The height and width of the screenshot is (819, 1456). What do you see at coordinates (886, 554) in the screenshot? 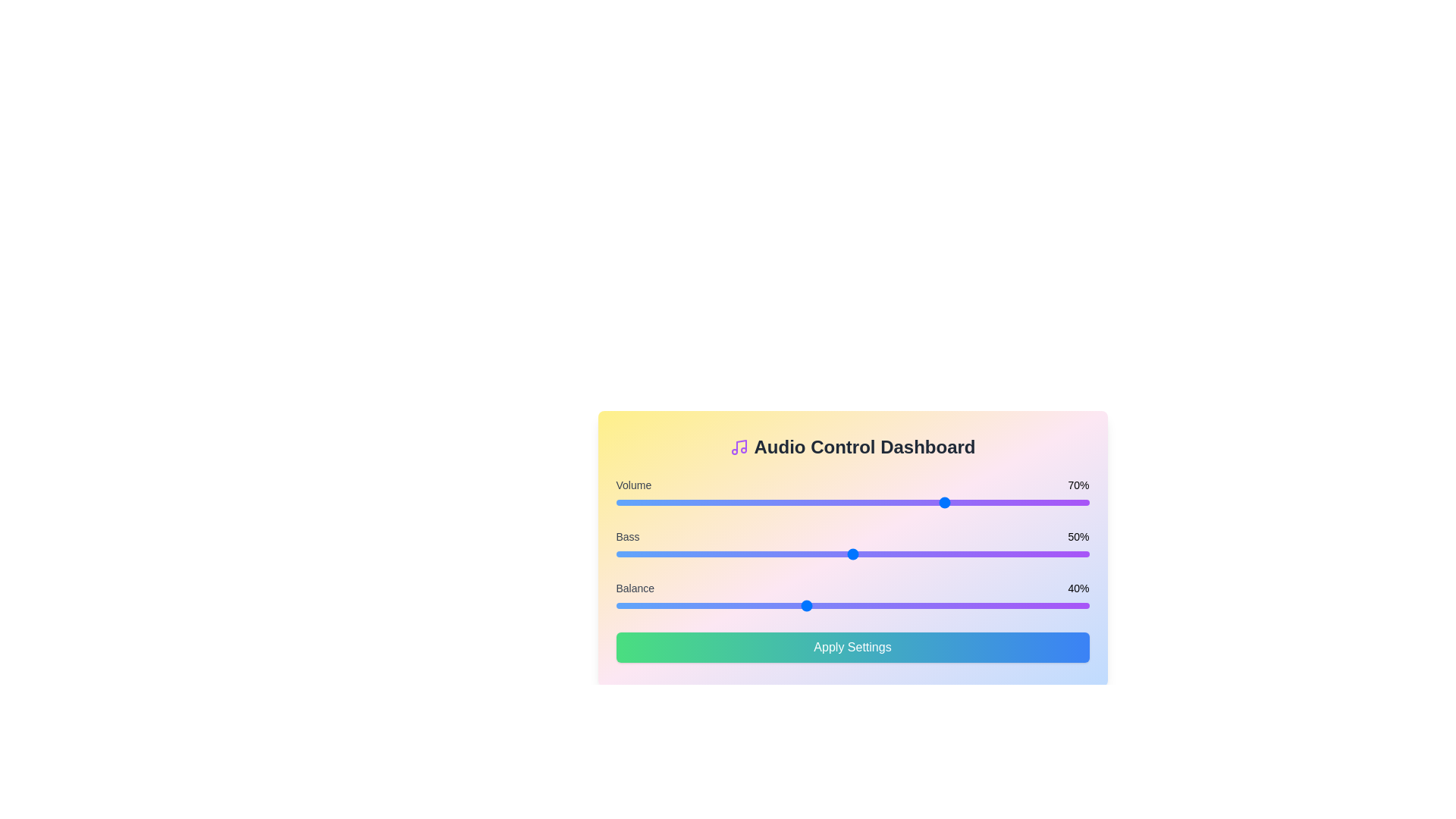
I see `bass level` at bounding box center [886, 554].